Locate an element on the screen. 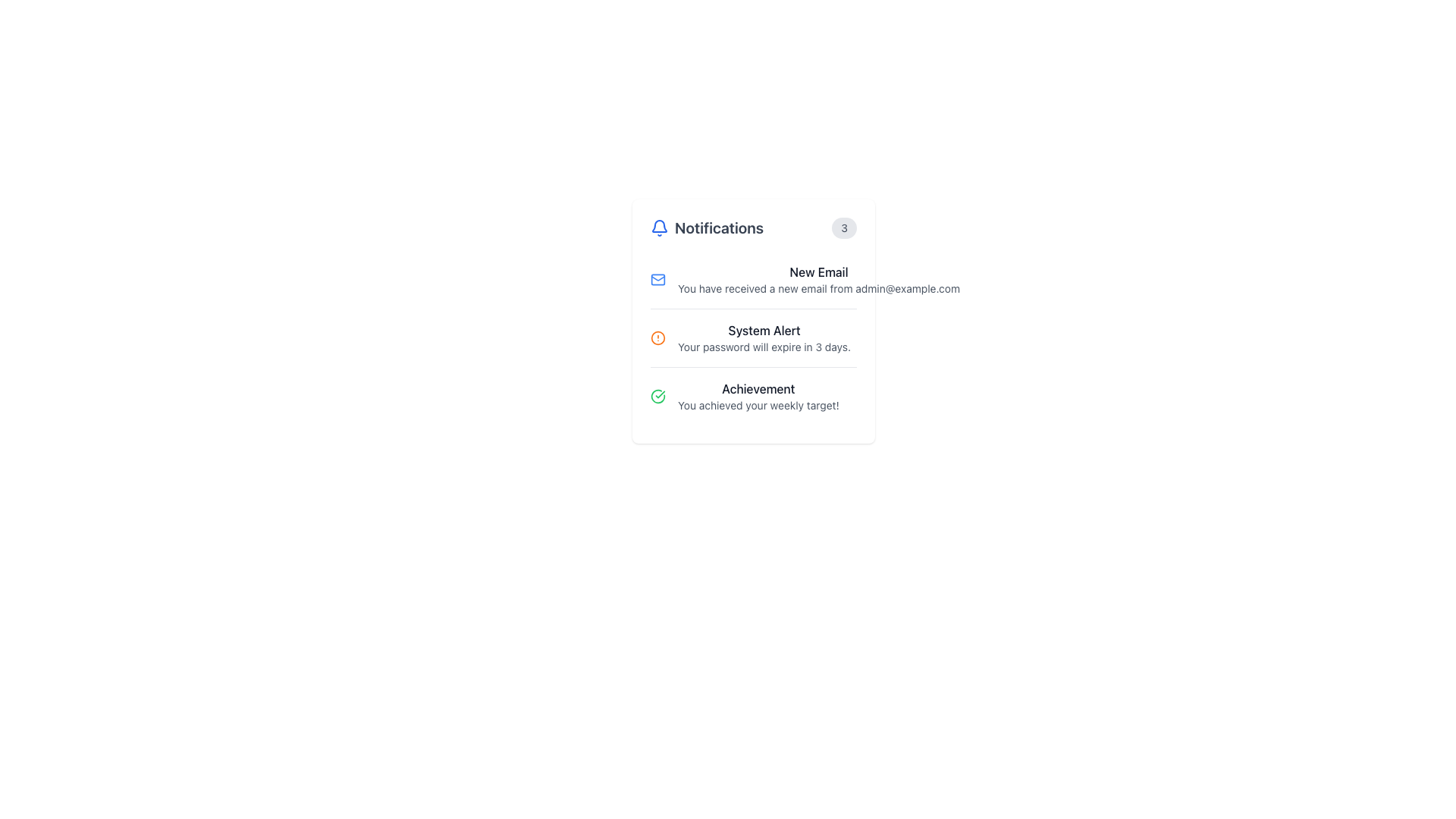  the title text element that serves as a header for the notifications section, situated to the right of a blue notification bell icon and above the list of notification items is located at coordinates (718, 227).